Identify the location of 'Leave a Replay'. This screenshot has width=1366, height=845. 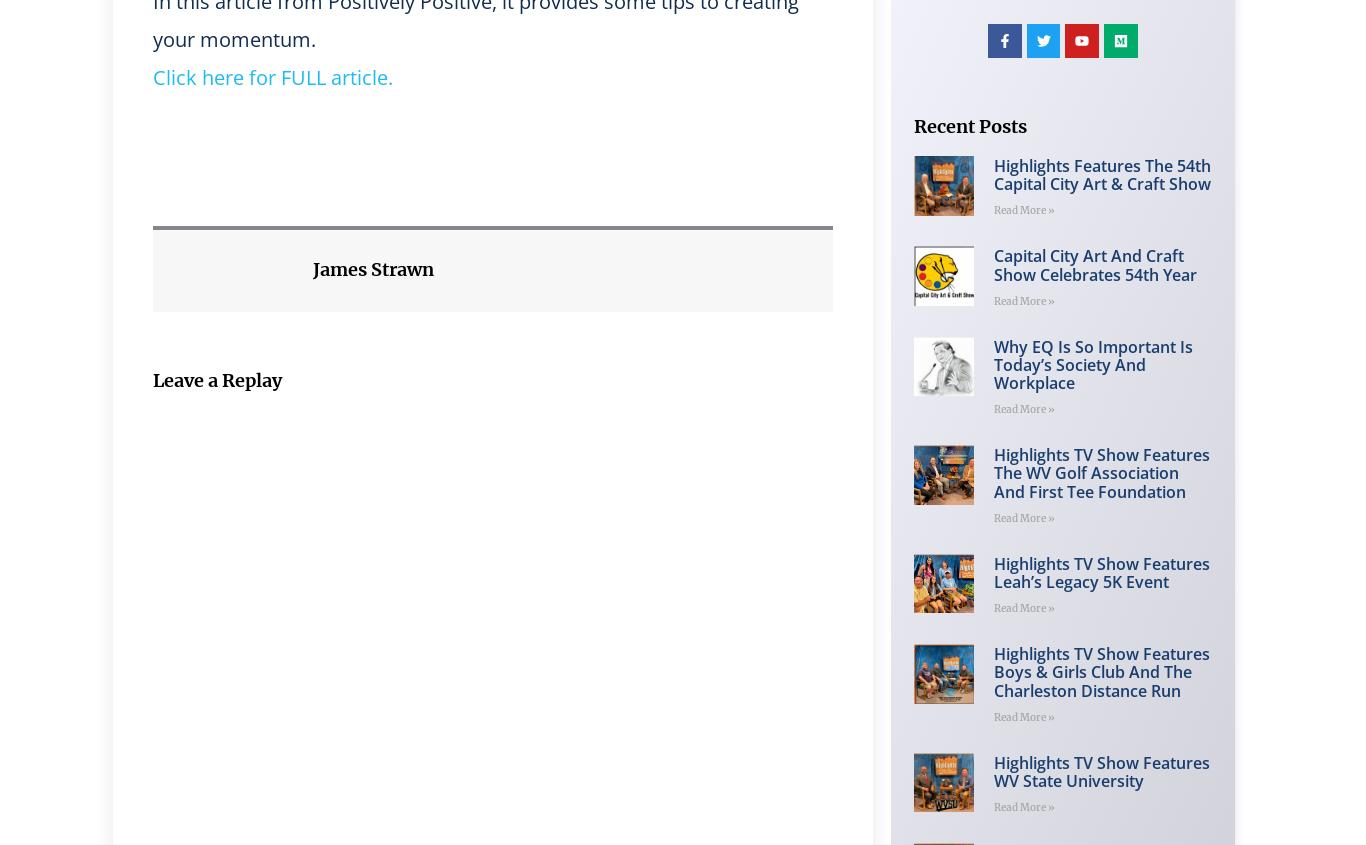
(151, 379).